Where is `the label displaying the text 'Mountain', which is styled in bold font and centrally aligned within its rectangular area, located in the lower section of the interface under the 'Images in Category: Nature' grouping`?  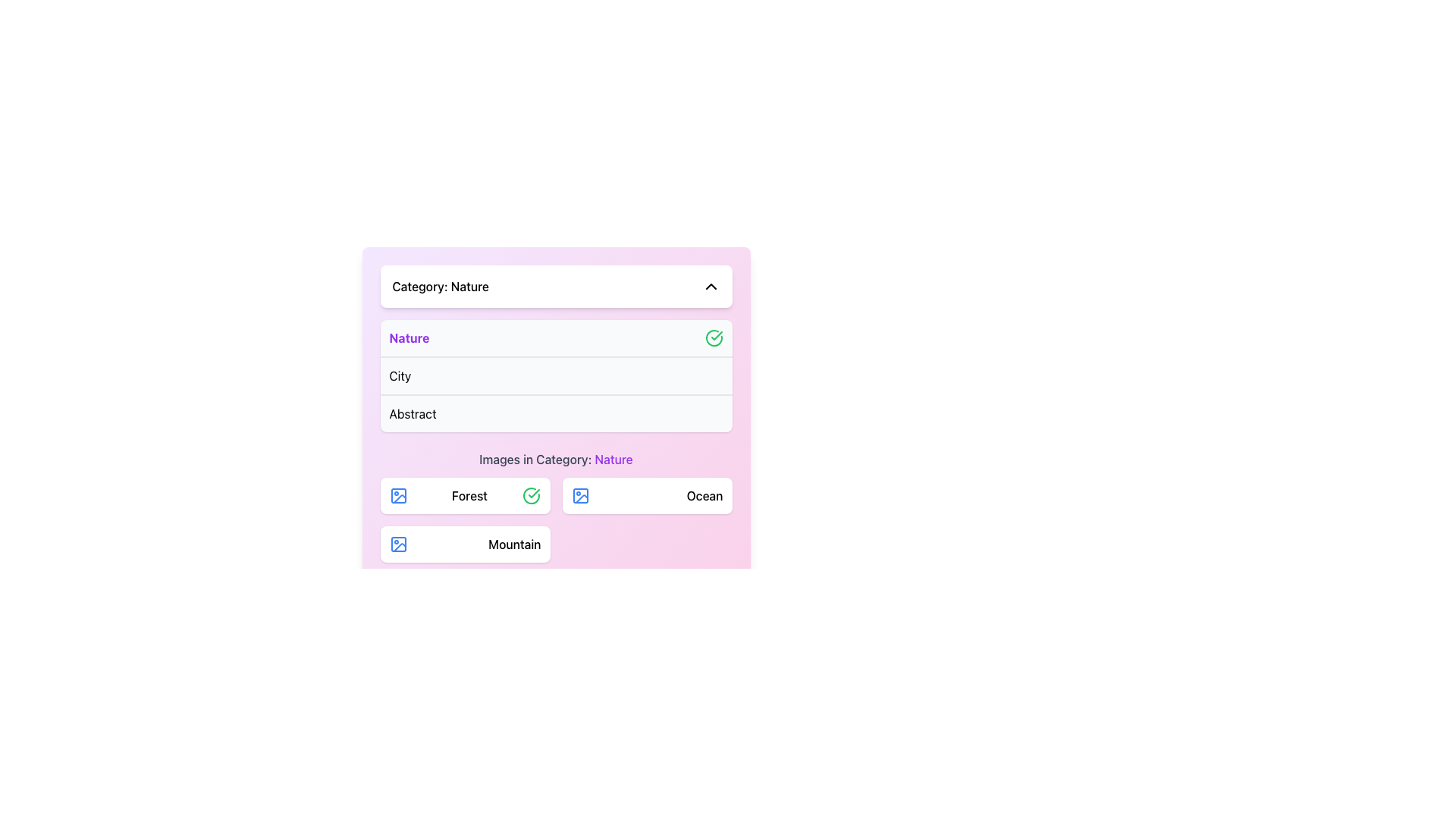
the label displaying the text 'Mountain', which is styled in bold font and centrally aligned within its rectangular area, located in the lower section of the interface under the 'Images in Category: Nature' grouping is located at coordinates (514, 543).